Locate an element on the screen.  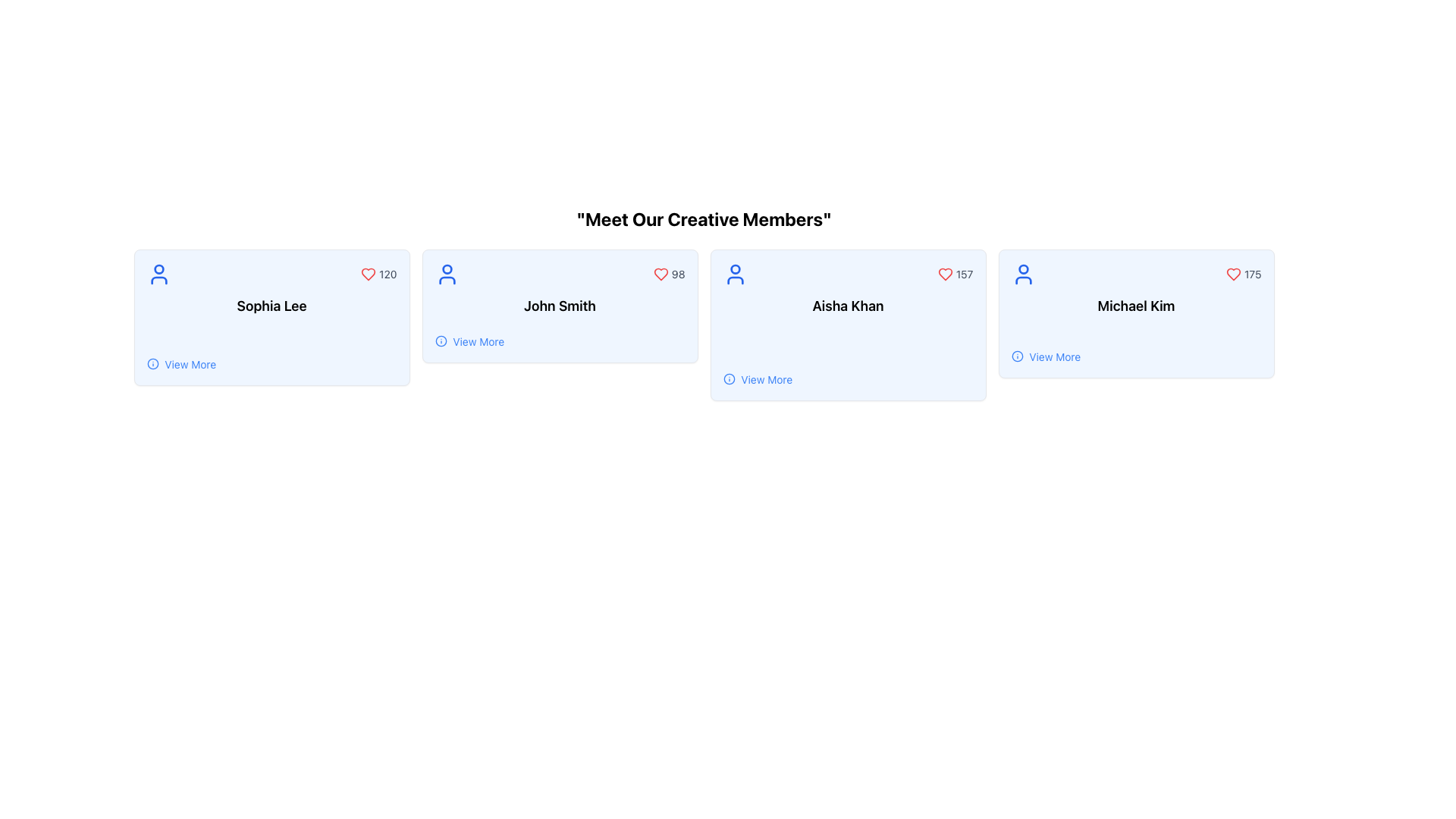
the 'View More' button associated with 'Aisha Khan' to underline it is located at coordinates (758, 379).